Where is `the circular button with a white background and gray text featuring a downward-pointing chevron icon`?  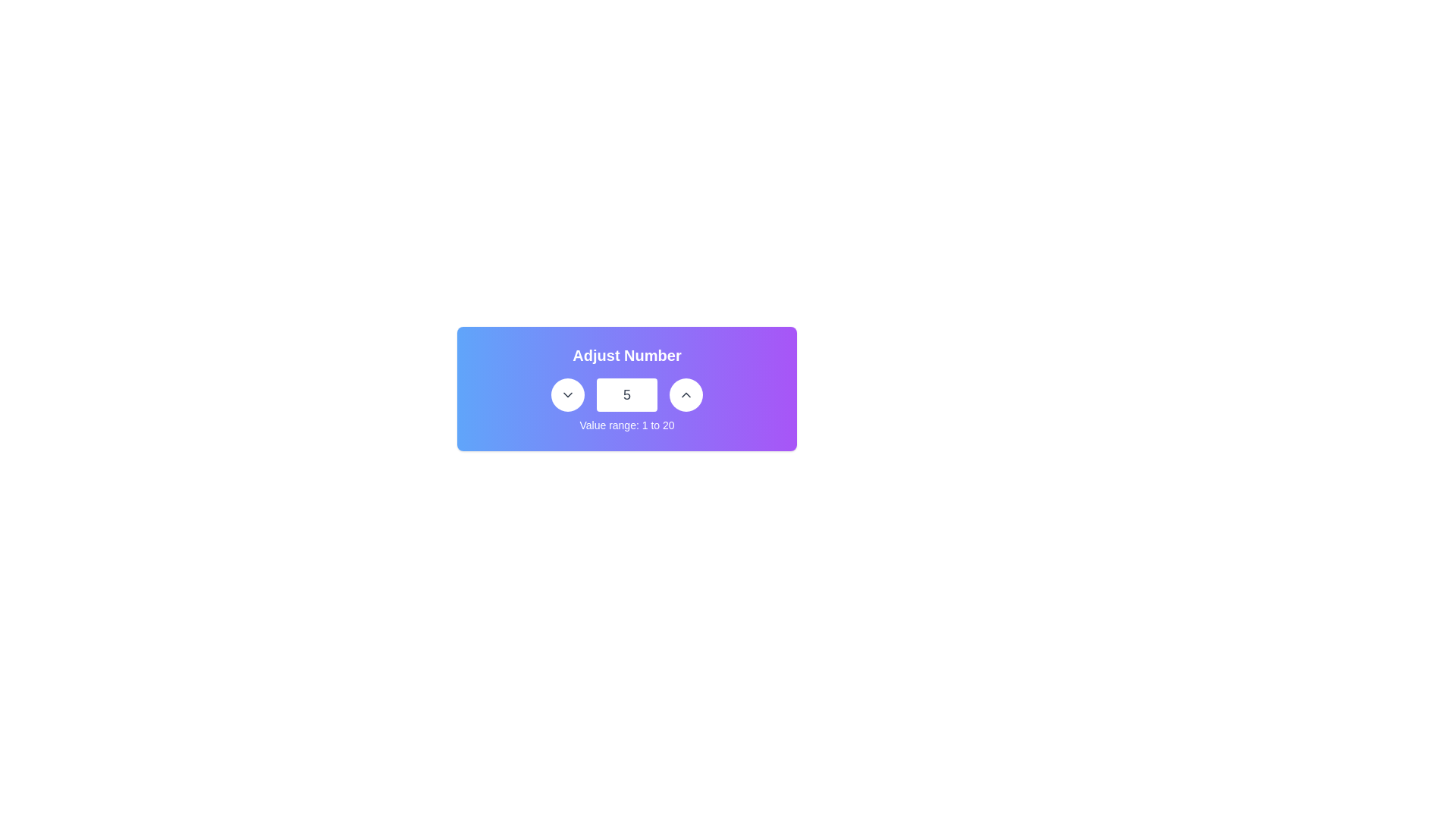
the circular button with a white background and gray text featuring a downward-pointing chevron icon is located at coordinates (566, 394).